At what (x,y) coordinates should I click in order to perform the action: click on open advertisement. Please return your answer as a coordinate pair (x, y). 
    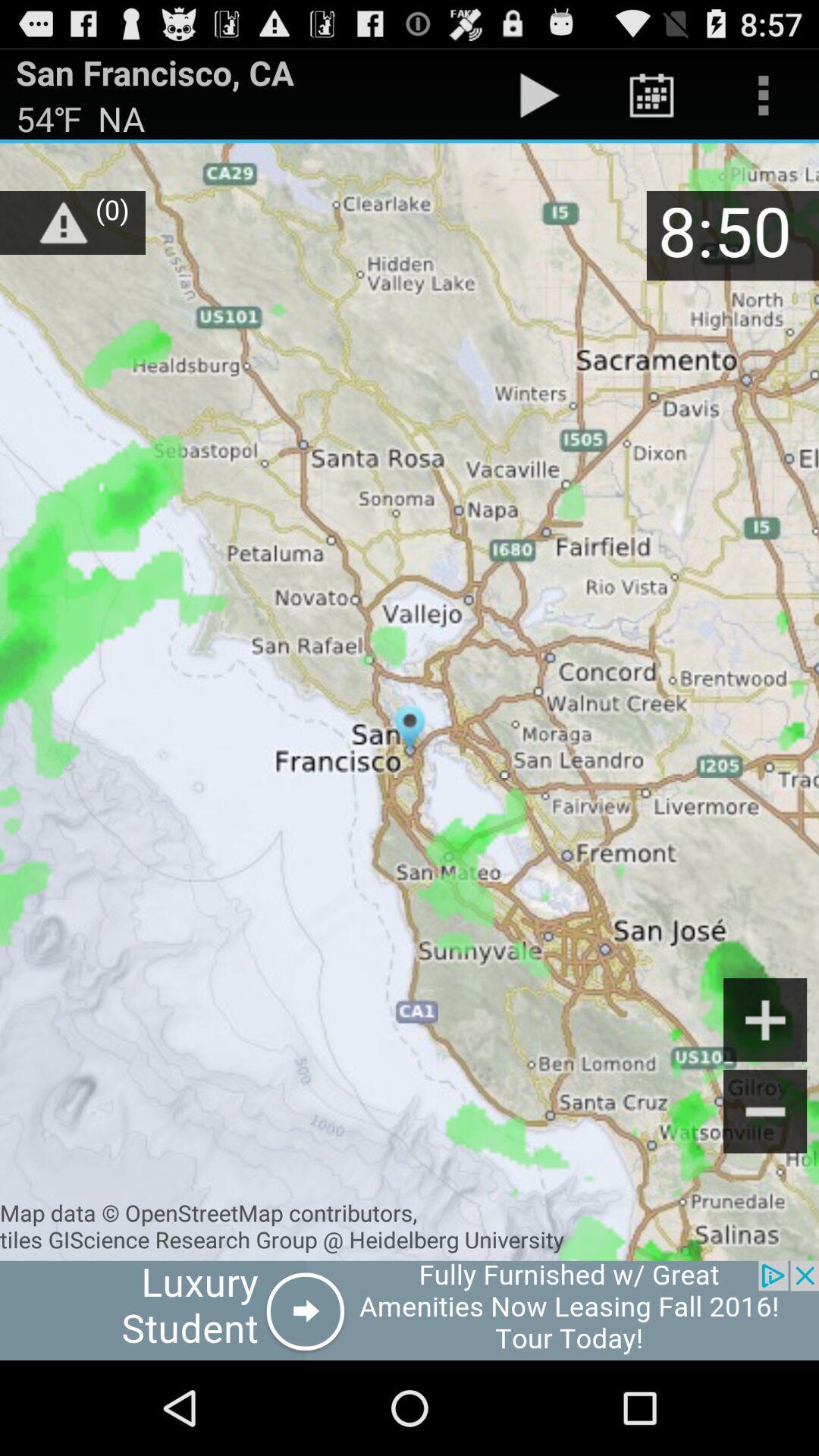
    Looking at the image, I should click on (409, 1310).